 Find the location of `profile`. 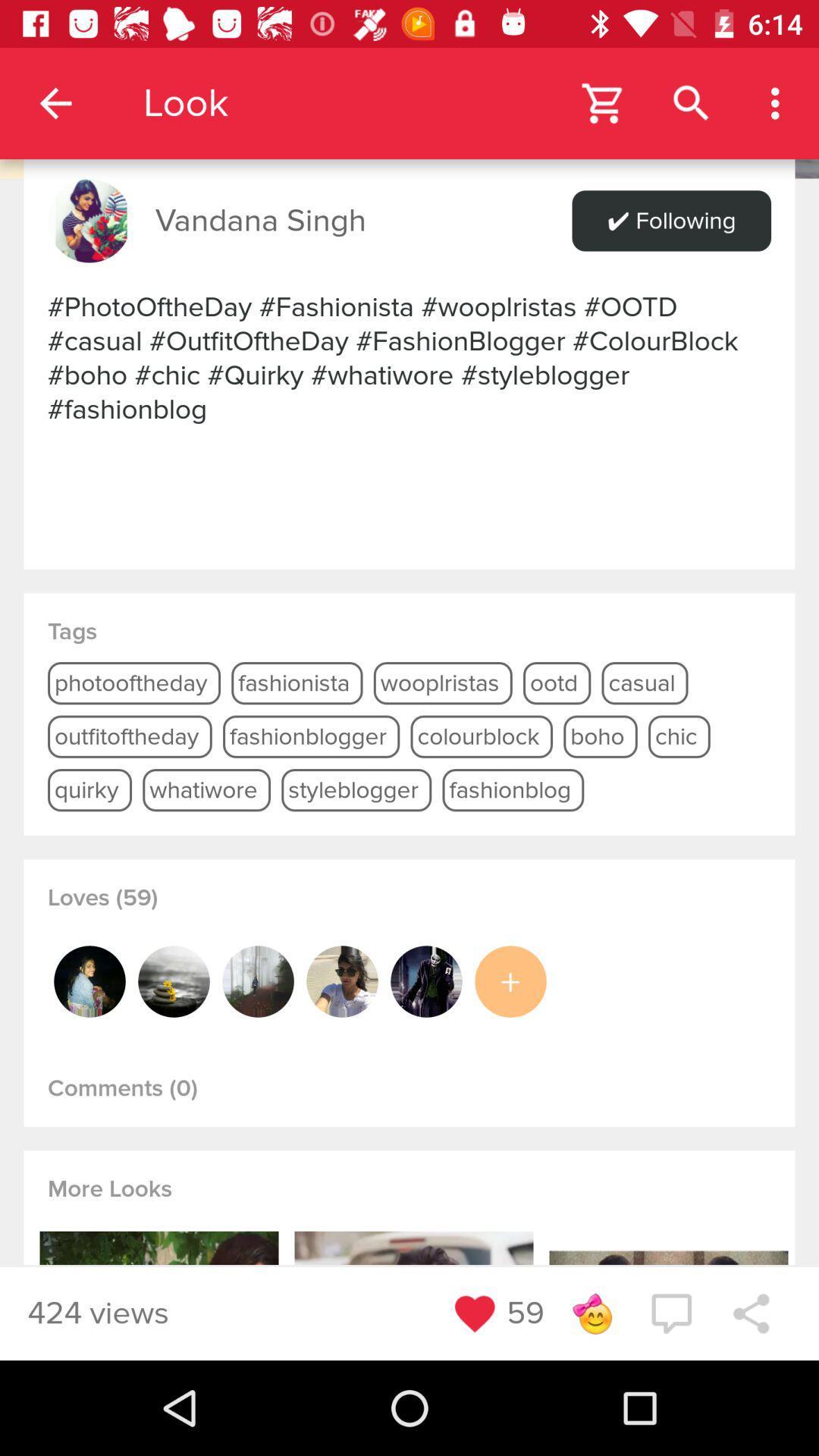

profile is located at coordinates (89, 981).